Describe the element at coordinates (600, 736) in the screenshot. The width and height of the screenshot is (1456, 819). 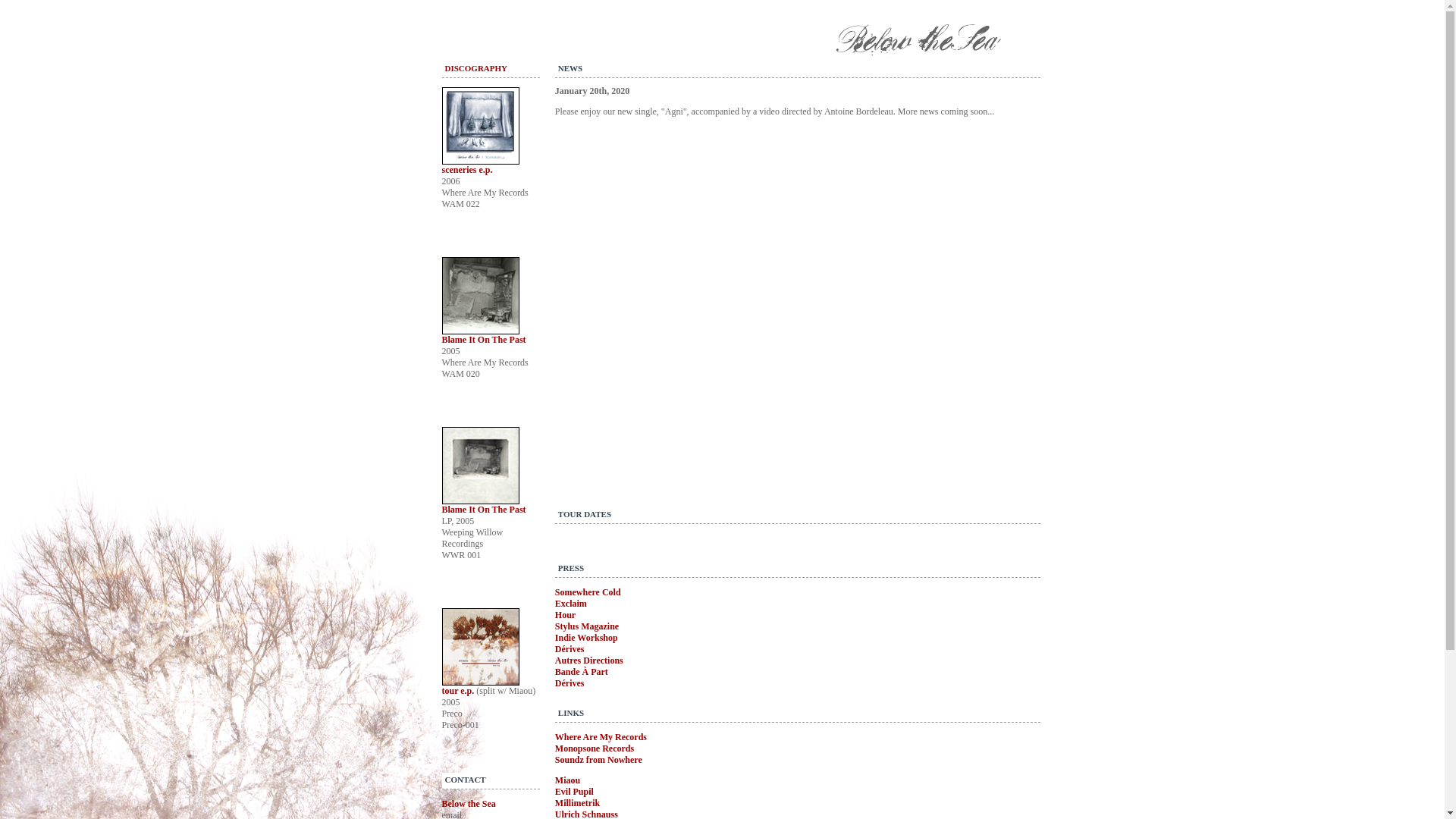
I see `'Where Are My Records'` at that location.